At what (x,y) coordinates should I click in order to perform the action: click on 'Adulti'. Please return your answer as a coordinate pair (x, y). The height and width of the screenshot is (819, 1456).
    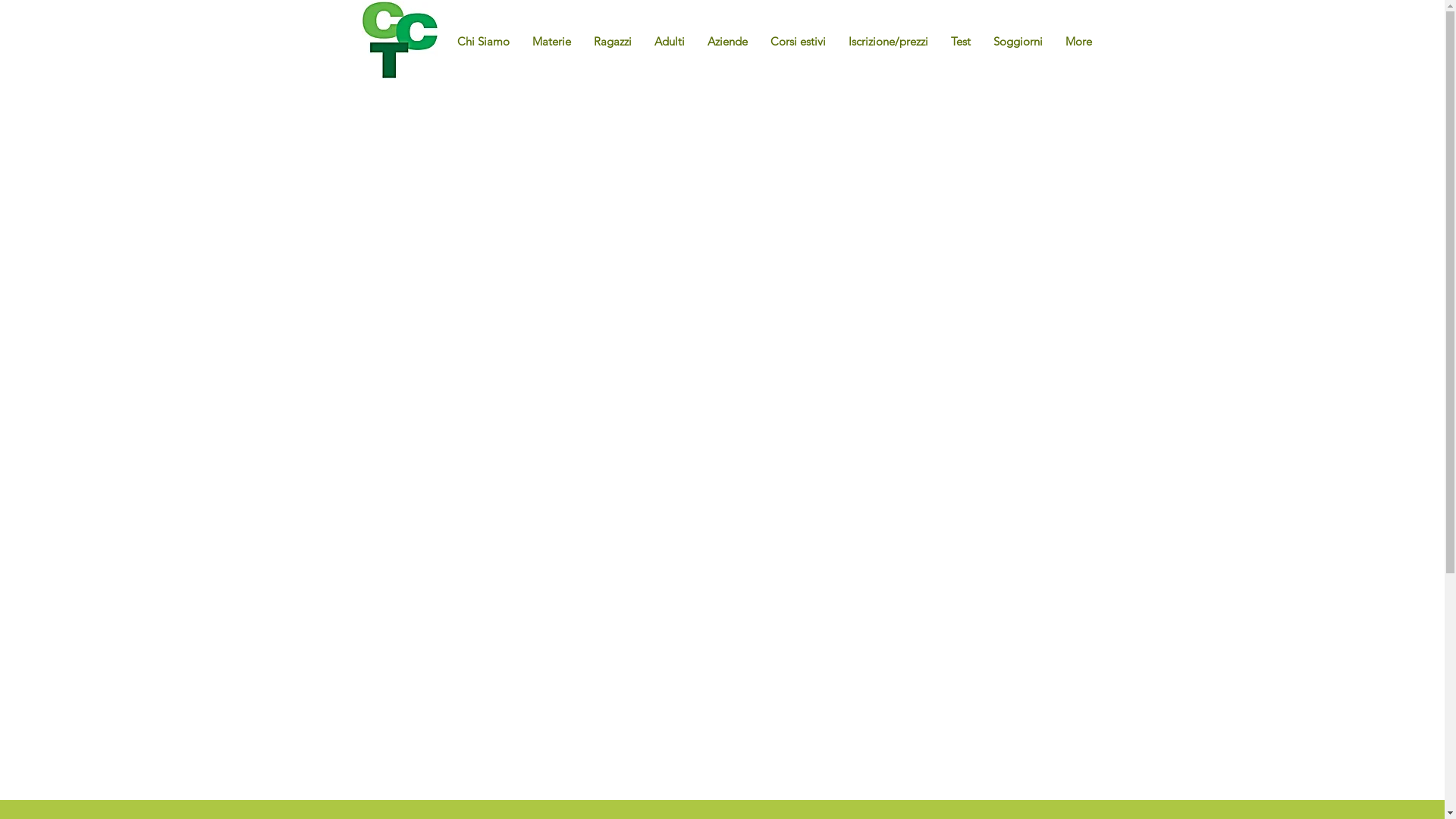
    Looking at the image, I should click on (669, 40).